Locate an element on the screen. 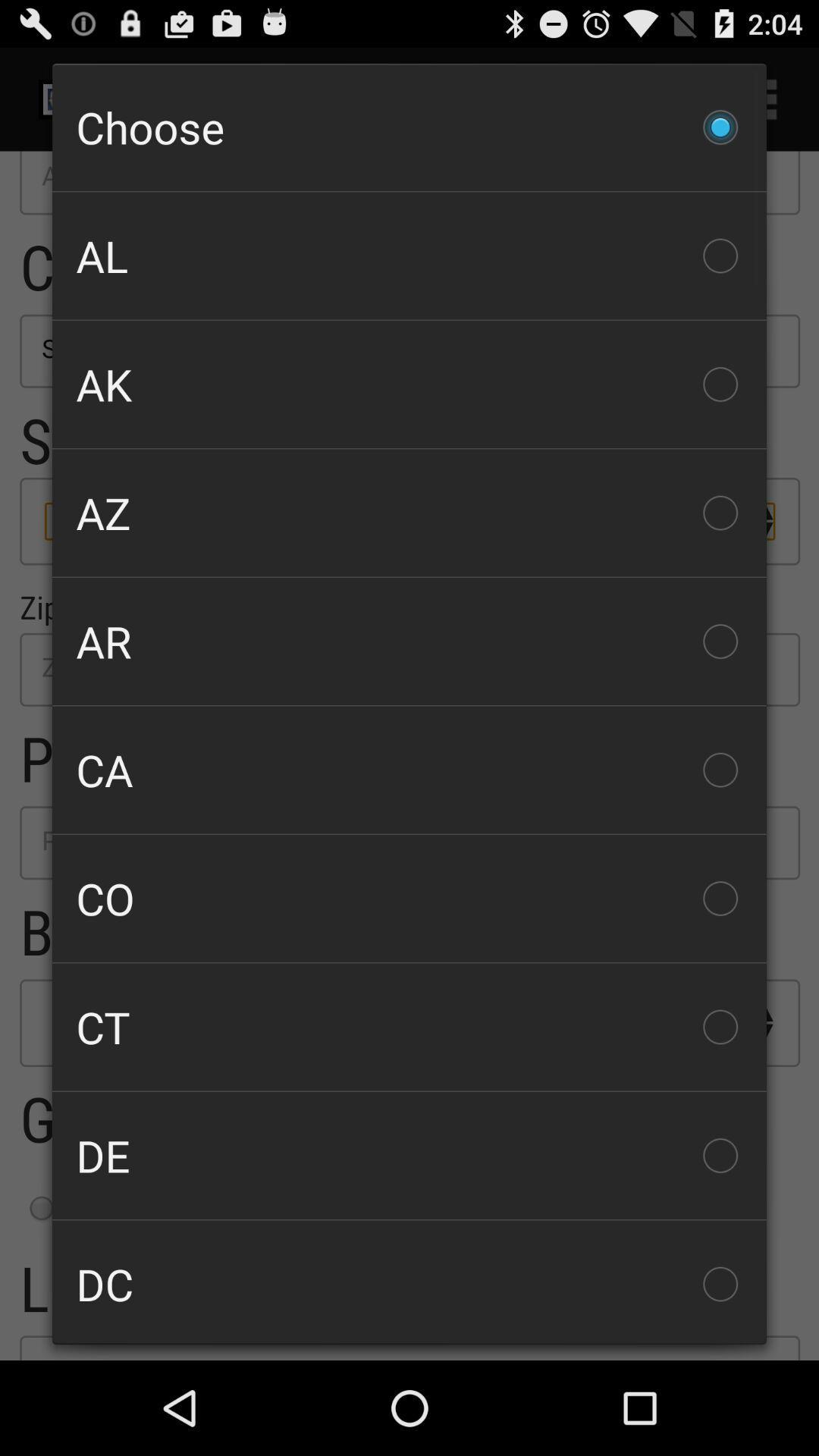 This screenshot has height=1456, width=819. the checkbox above the az is located at coordinates (409, 384).